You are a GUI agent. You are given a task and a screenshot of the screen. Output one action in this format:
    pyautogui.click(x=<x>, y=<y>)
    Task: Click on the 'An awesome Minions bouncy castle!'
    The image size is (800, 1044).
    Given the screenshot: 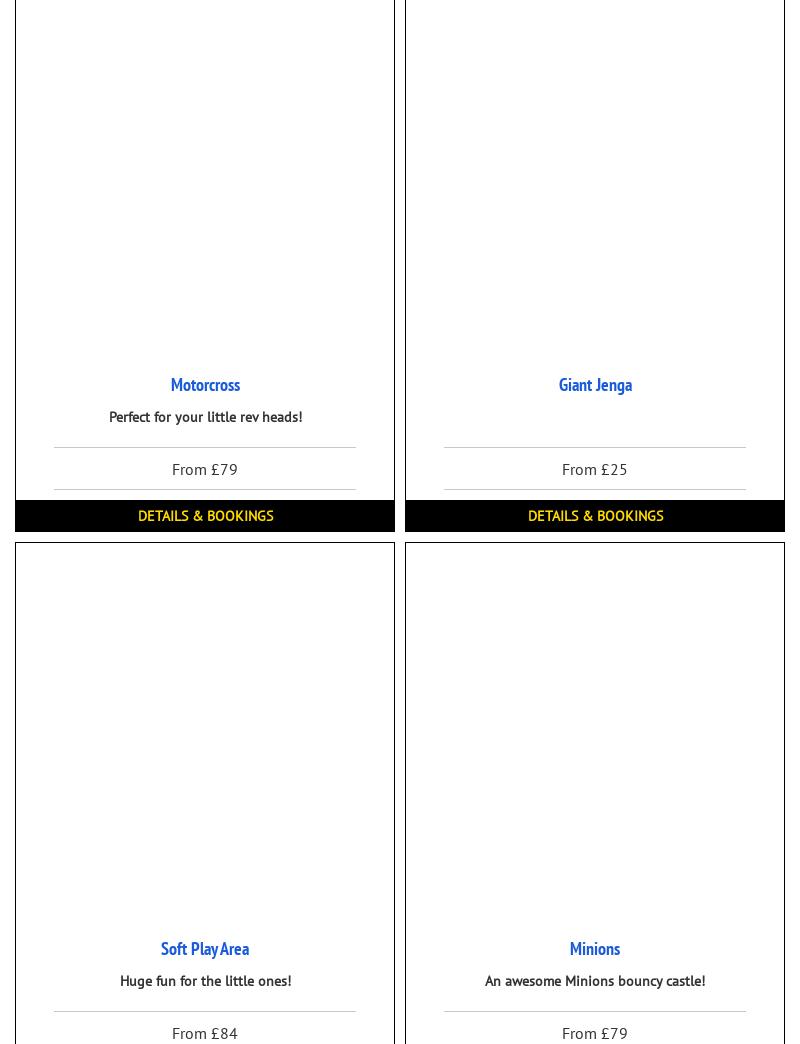 What is the action you would take?
    pyautogui.click(x=593, y=981)
    